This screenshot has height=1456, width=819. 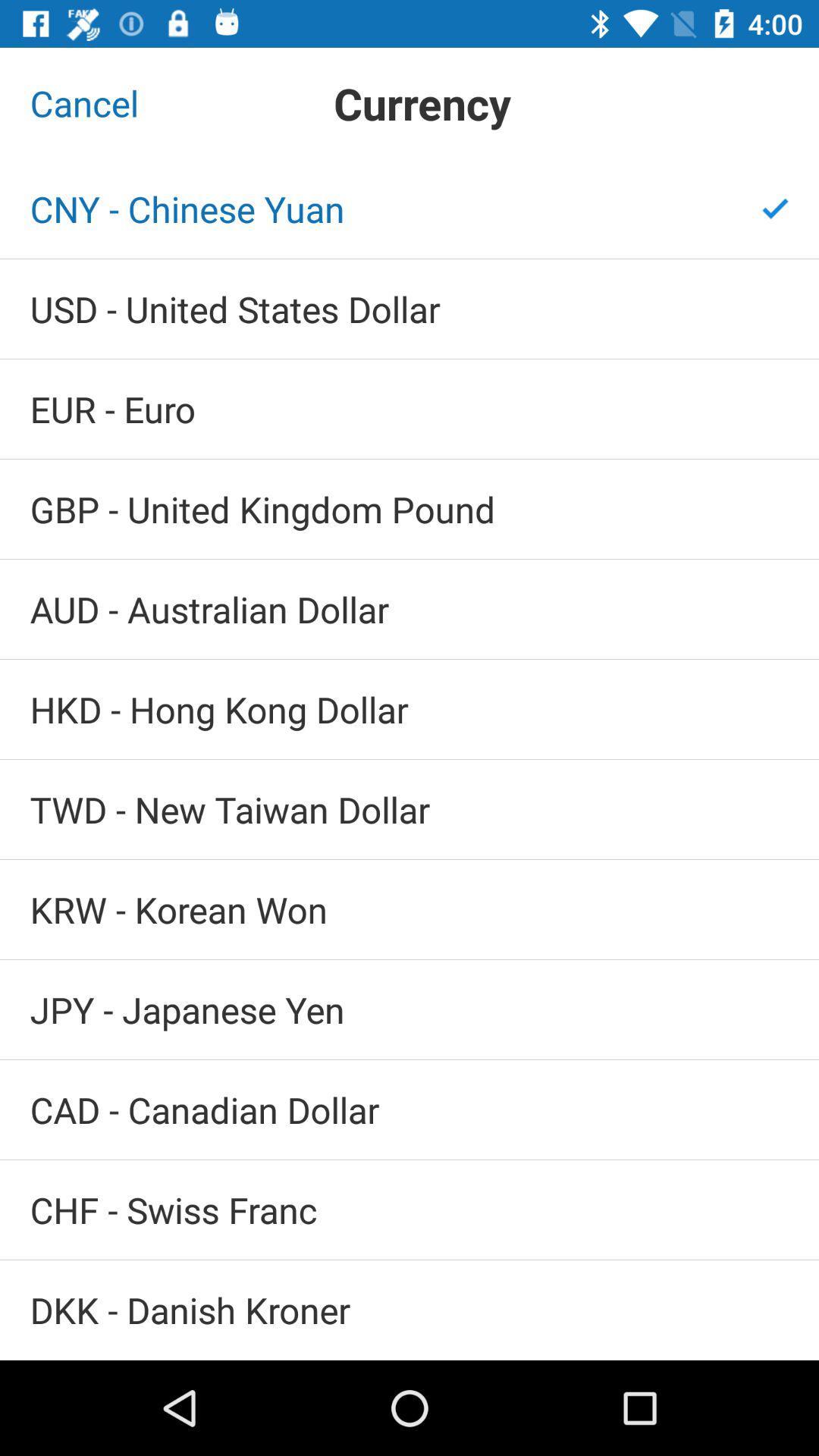 What do you see at coordinates (409, 1309) in the screenshot?
I see `icon below the chf - swiss franc icon` at bounding box center [409, 1309].